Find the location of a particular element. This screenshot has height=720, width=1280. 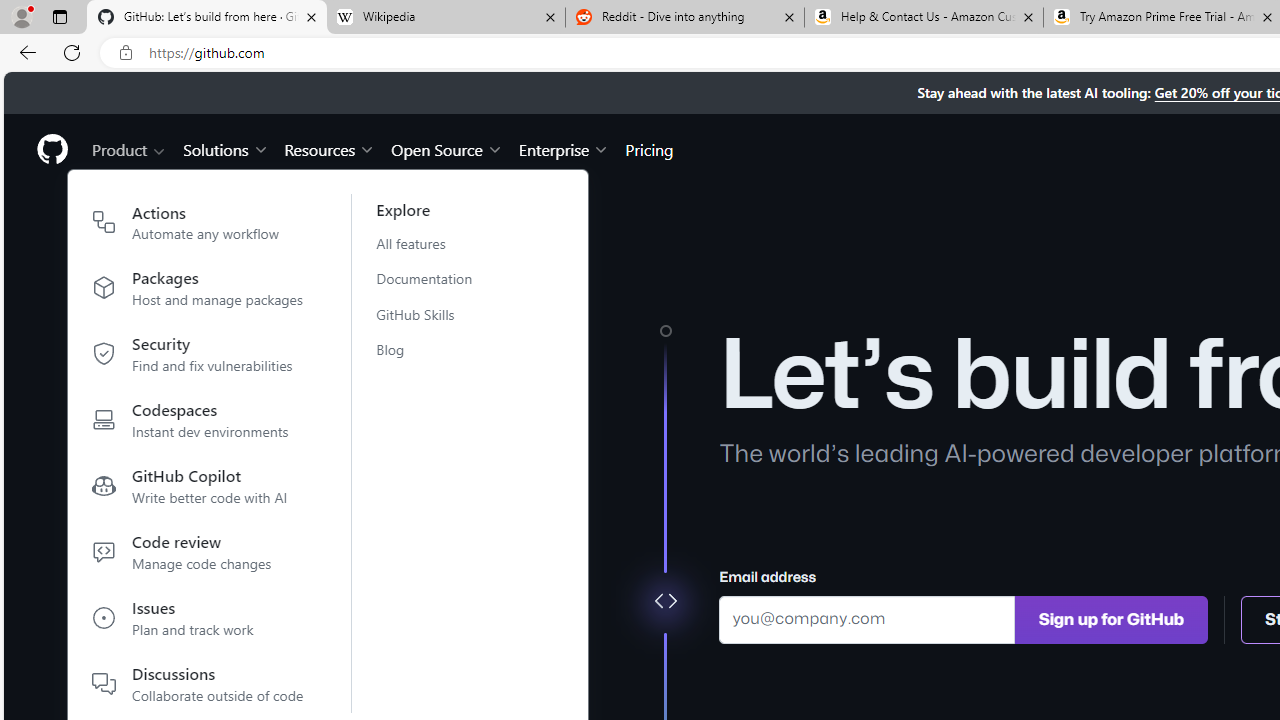

'SecurityFind and fix vulnerabilities' is located at coordinates (198, 357).